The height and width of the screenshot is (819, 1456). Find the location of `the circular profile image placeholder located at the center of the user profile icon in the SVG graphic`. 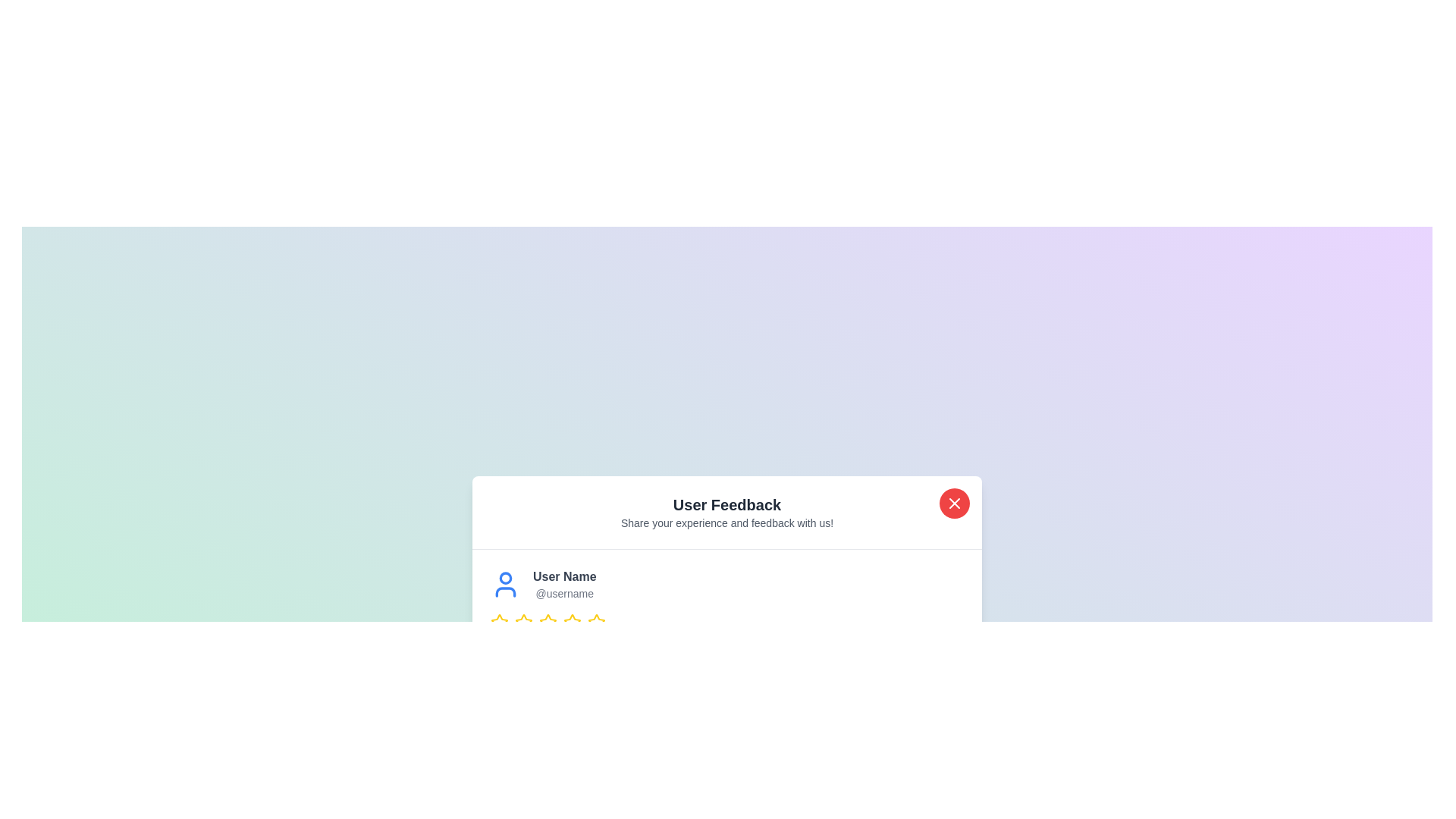

the circular profile image placeholder located at the center of the user profile icon in the SVG graphic is located at coordinates (506, 578).